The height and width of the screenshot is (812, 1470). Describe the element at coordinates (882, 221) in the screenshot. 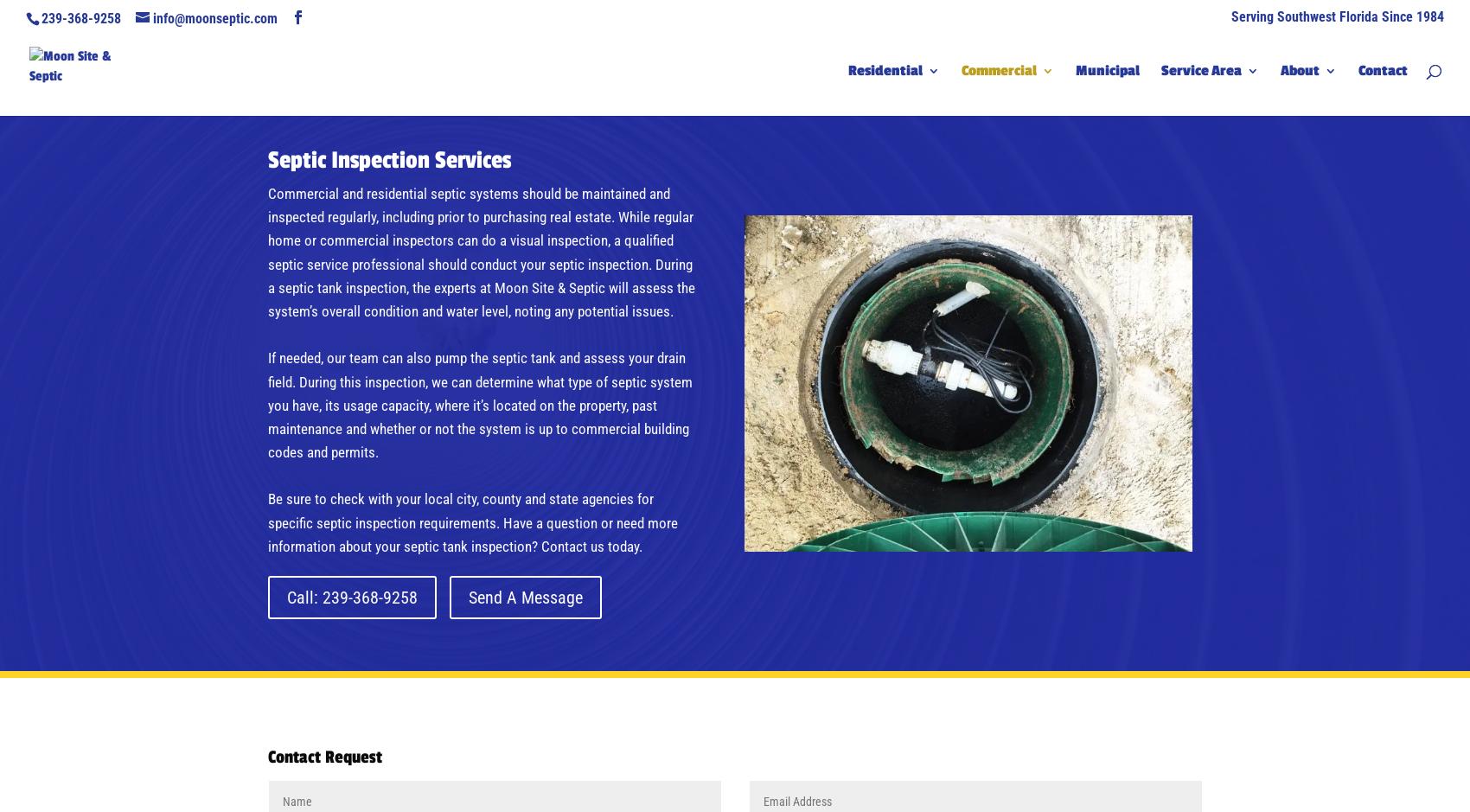

I see `'Drain Fields'` at that location.